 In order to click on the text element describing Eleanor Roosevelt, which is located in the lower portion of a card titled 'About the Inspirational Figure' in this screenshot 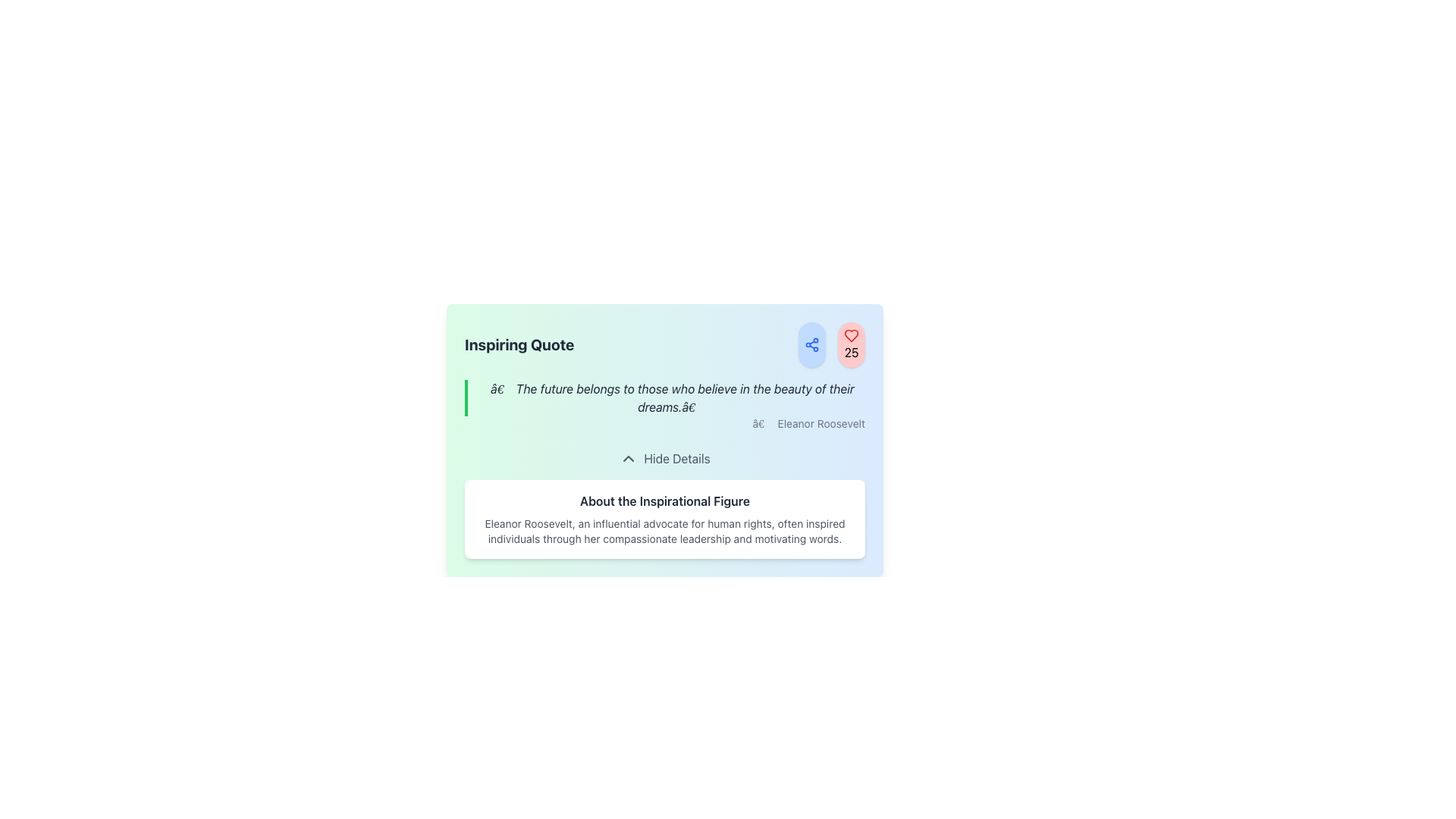, I will do `click(665, 531)`.